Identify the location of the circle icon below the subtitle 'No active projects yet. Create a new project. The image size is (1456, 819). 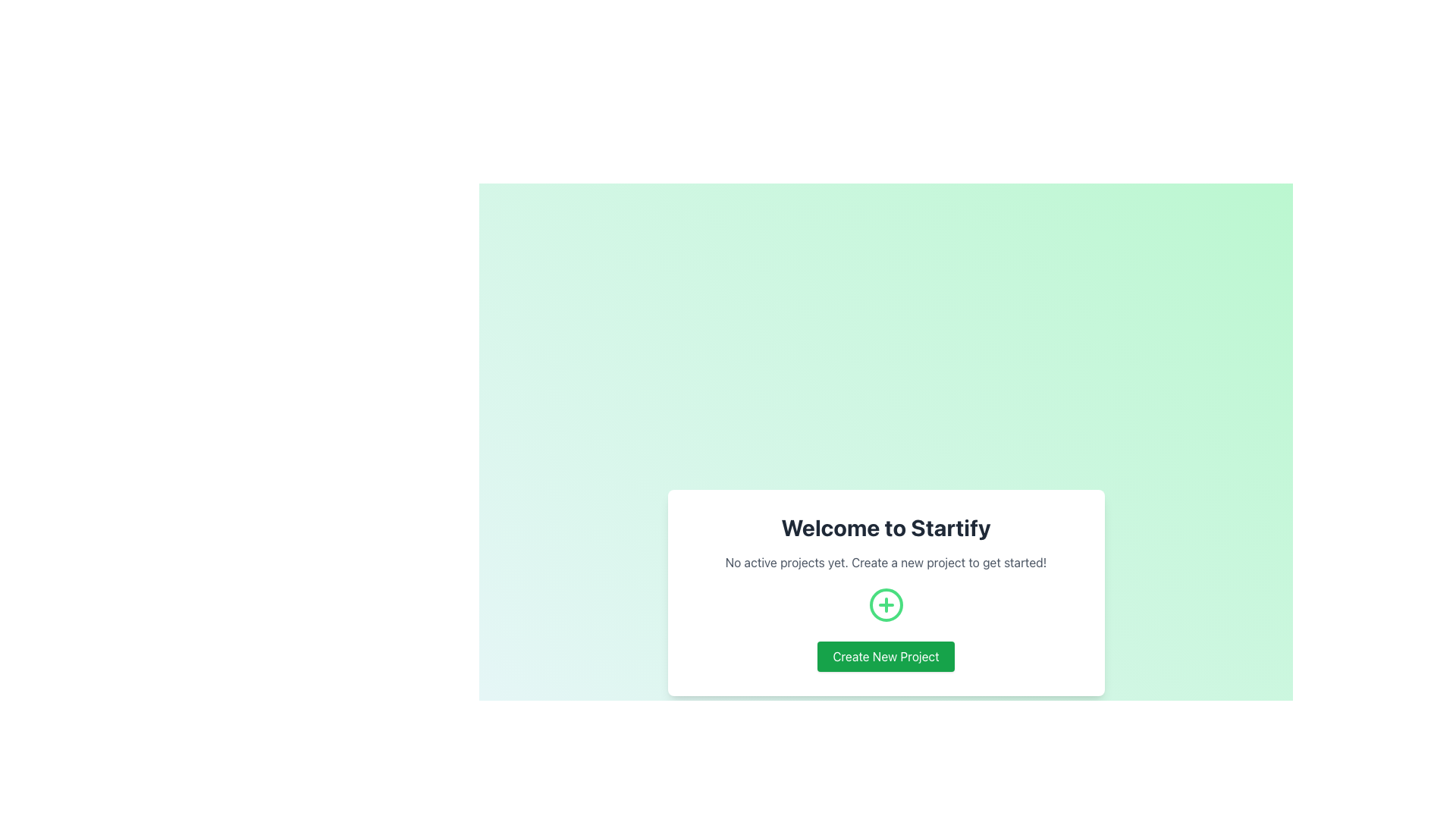
(886, 604).